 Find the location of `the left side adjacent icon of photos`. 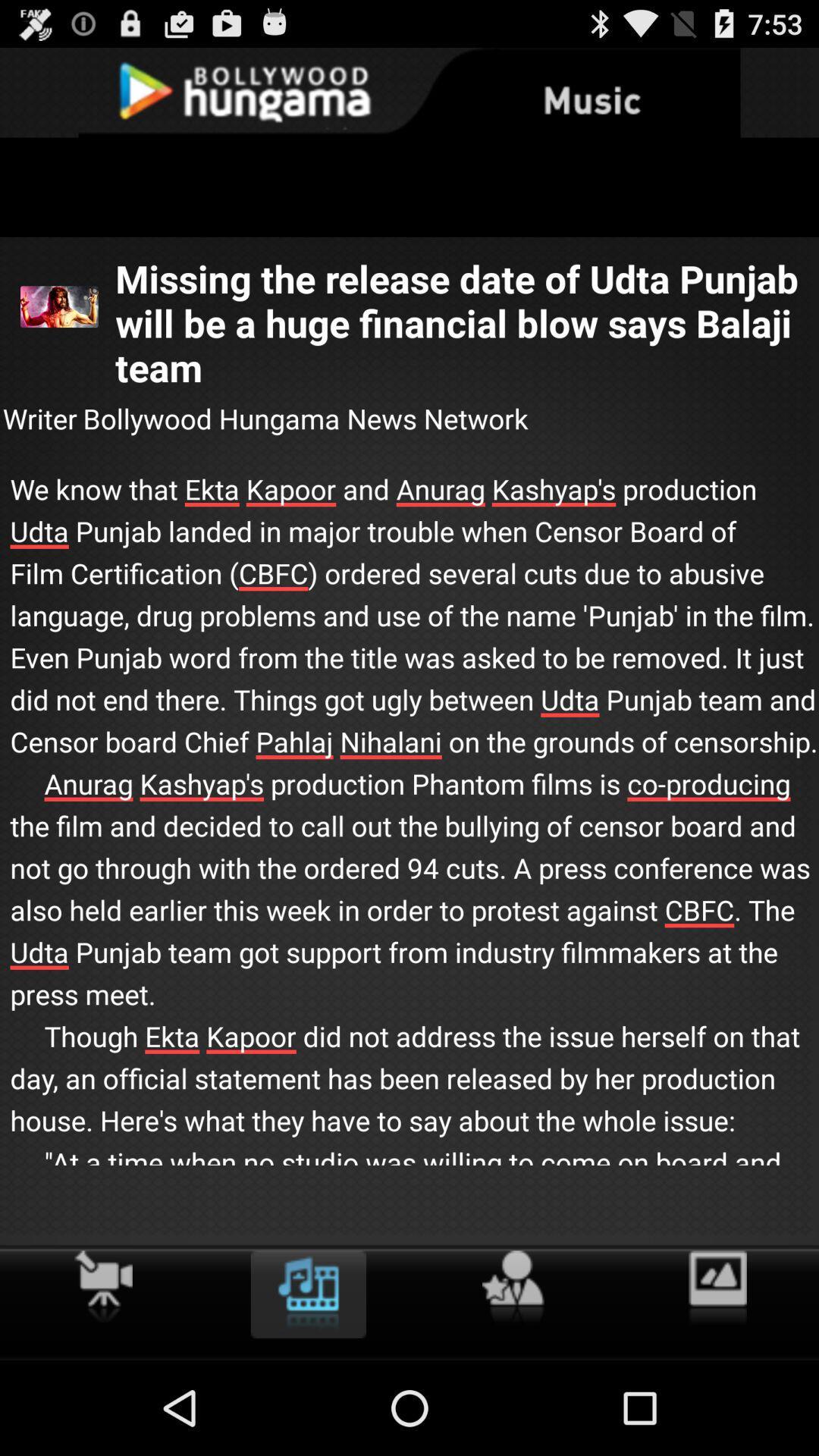

the left side adjacent icon of photos is located at coordinates (513, 1287).